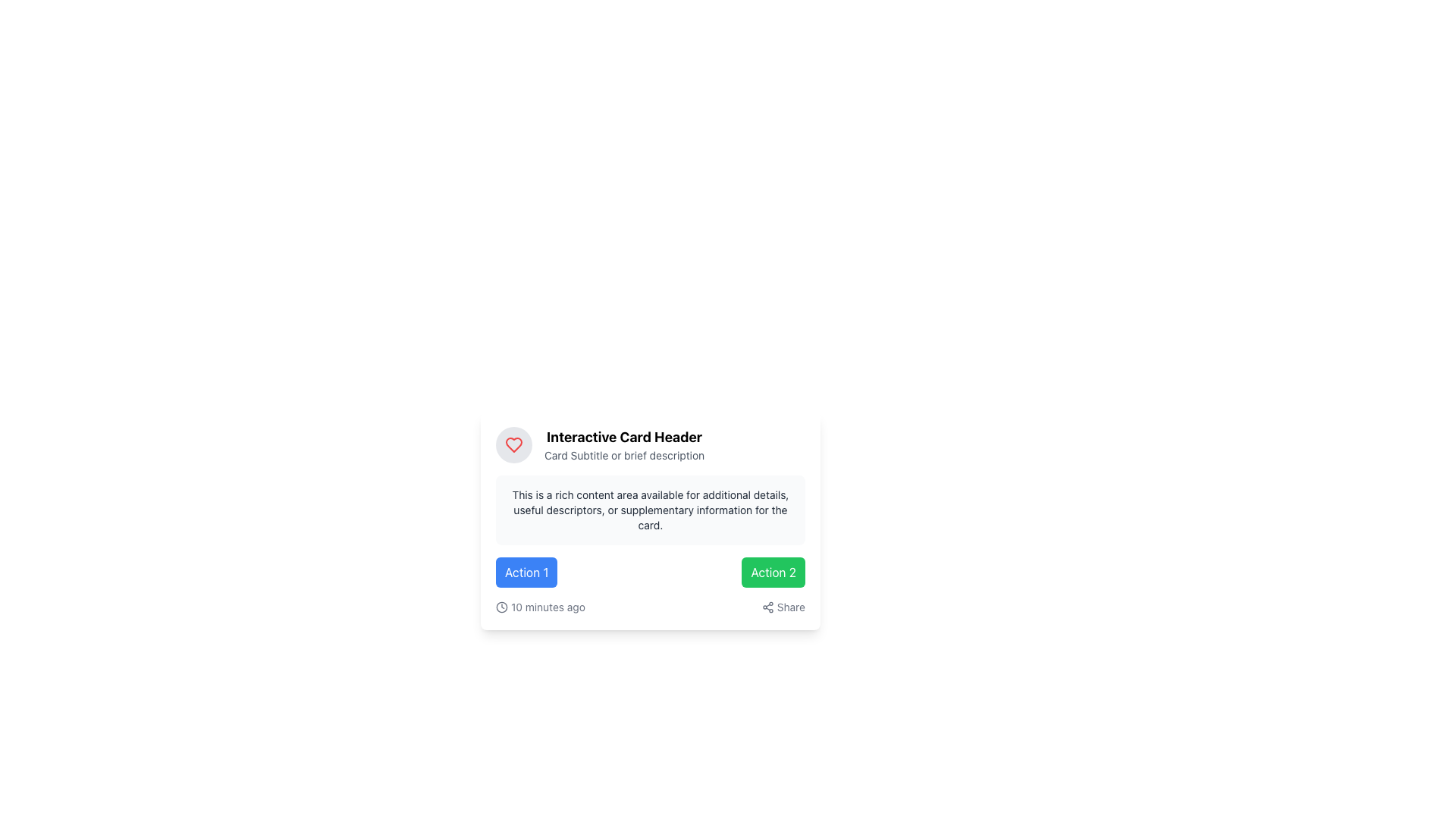 Image resolution: width=1456 pixels, height=819 pixels. Describe the element at coordinates (624, 455) in the screenshot. I see `supplementary card details from the text label that contains 'Card Subtitle or brief description', located below the 'Interactive Card Header' within the card component` at that location.